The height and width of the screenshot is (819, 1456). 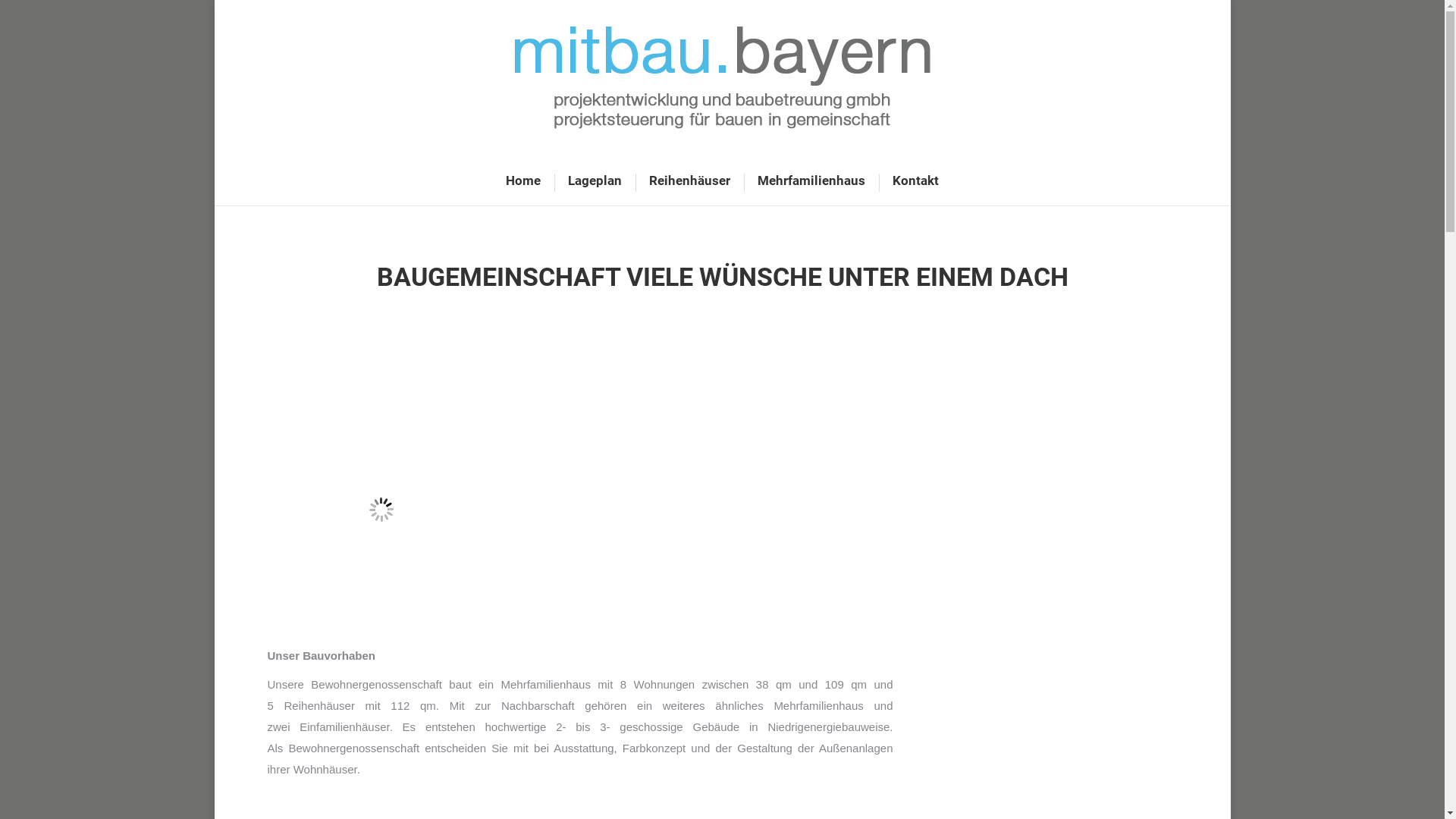 I want to click on 'Home', so click(x=523, y=180).